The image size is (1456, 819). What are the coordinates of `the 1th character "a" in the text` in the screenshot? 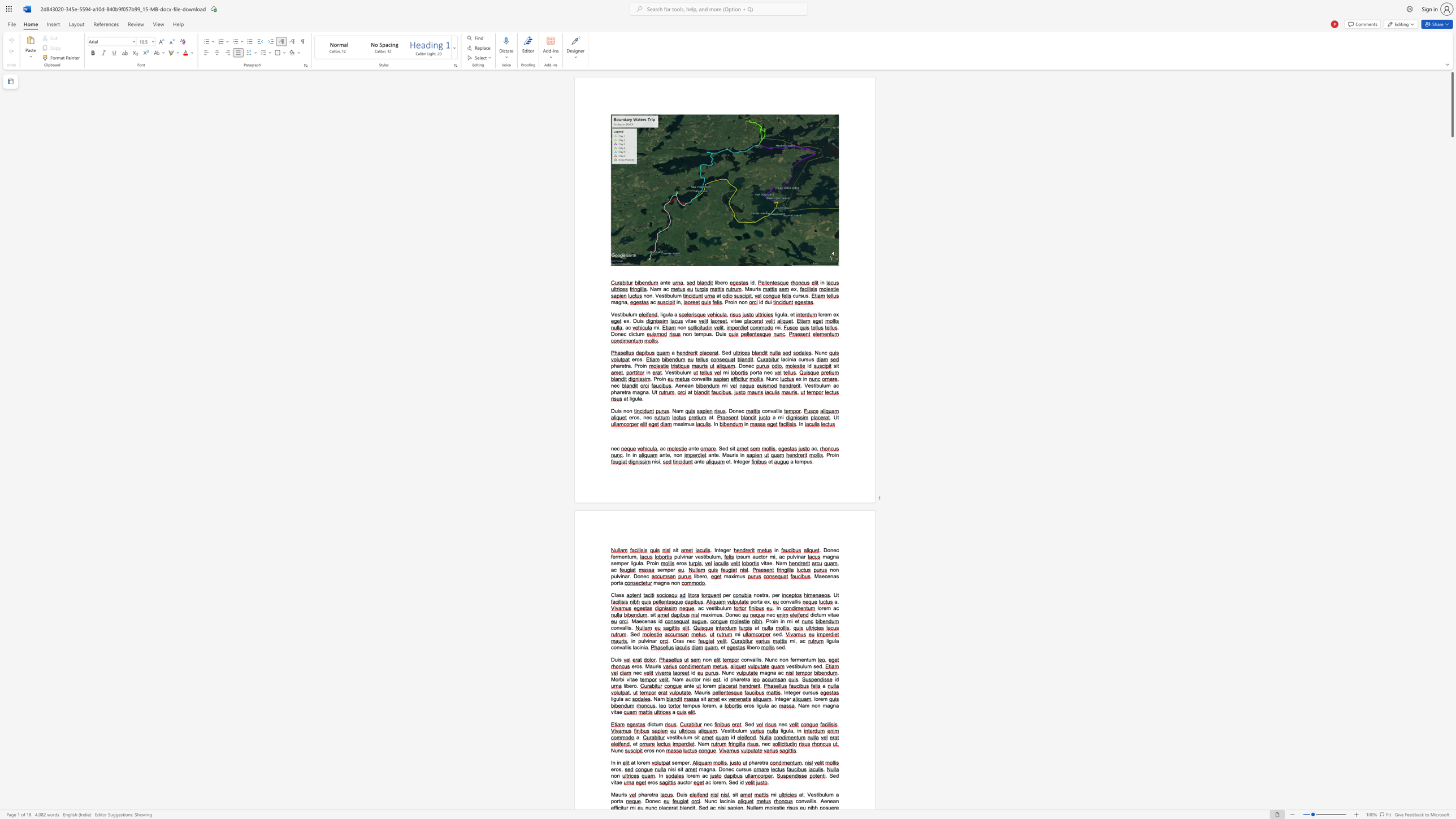 It's located at (637, 621).